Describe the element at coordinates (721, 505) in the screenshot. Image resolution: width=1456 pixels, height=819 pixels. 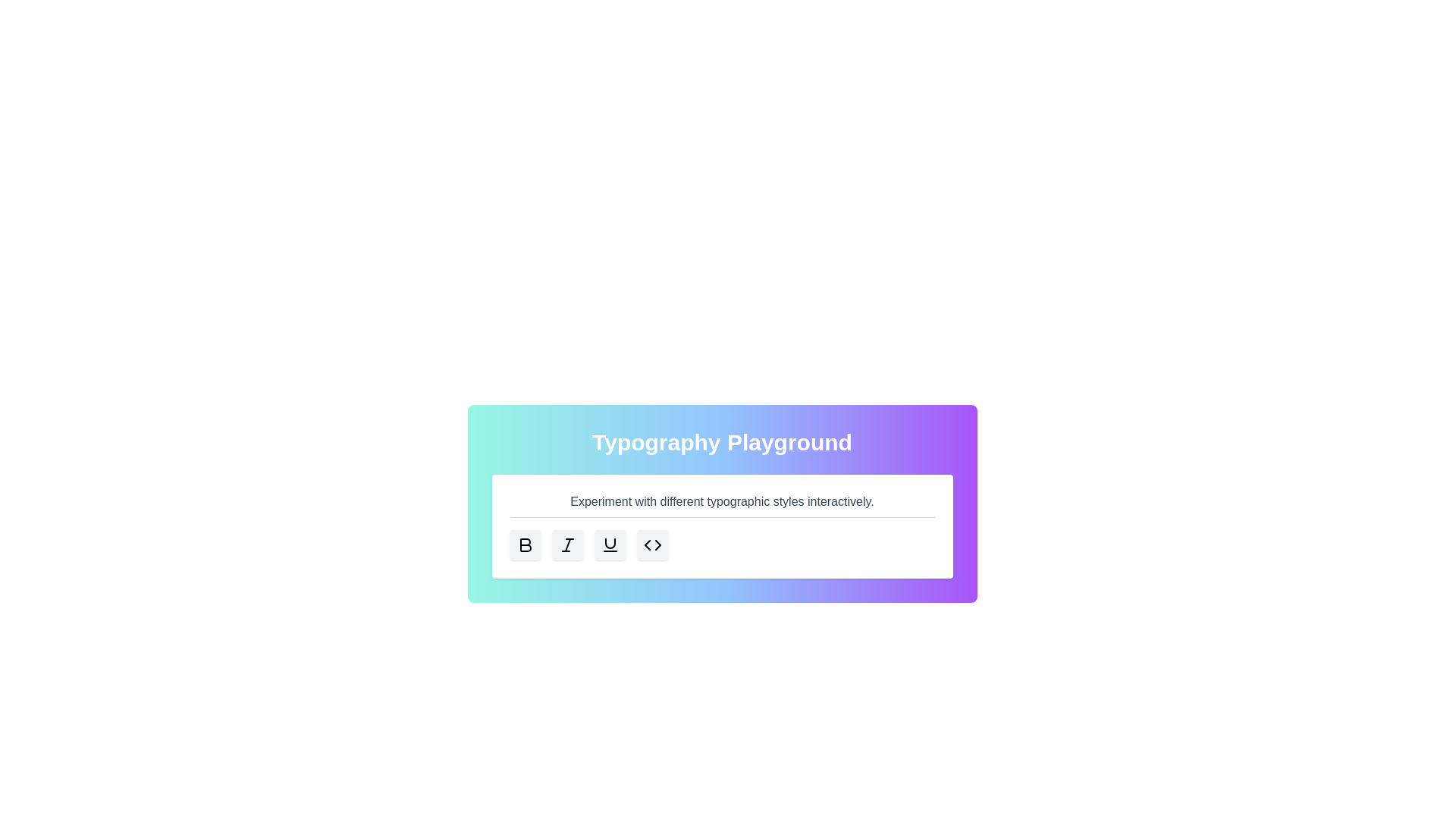
I see `the Descriptive text element that contains the text 'Experiment with different typographic styles interactively.'` at that location.